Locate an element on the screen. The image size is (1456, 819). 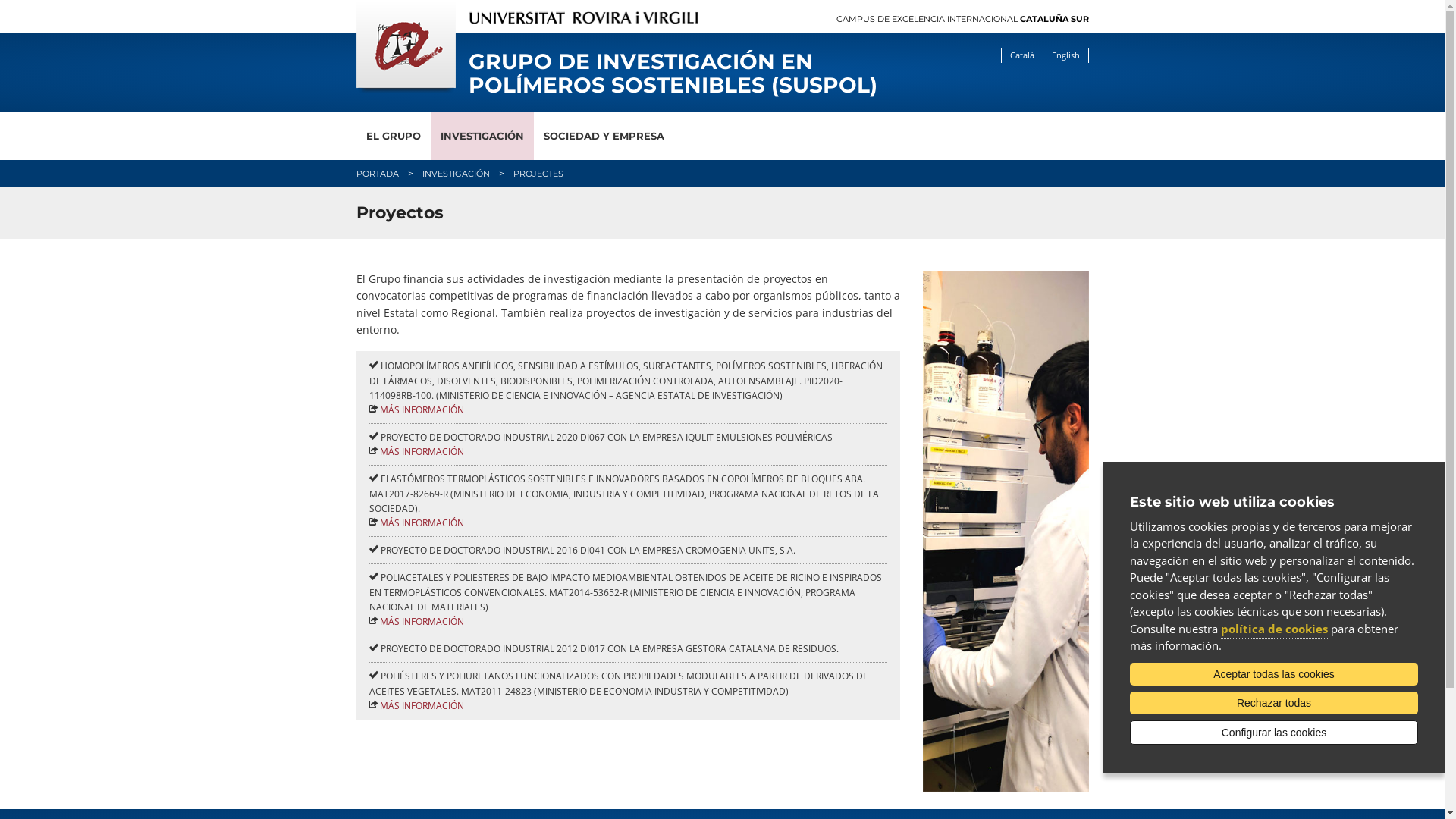
'Rechazar todas' is located at coordinates (1274, 702).